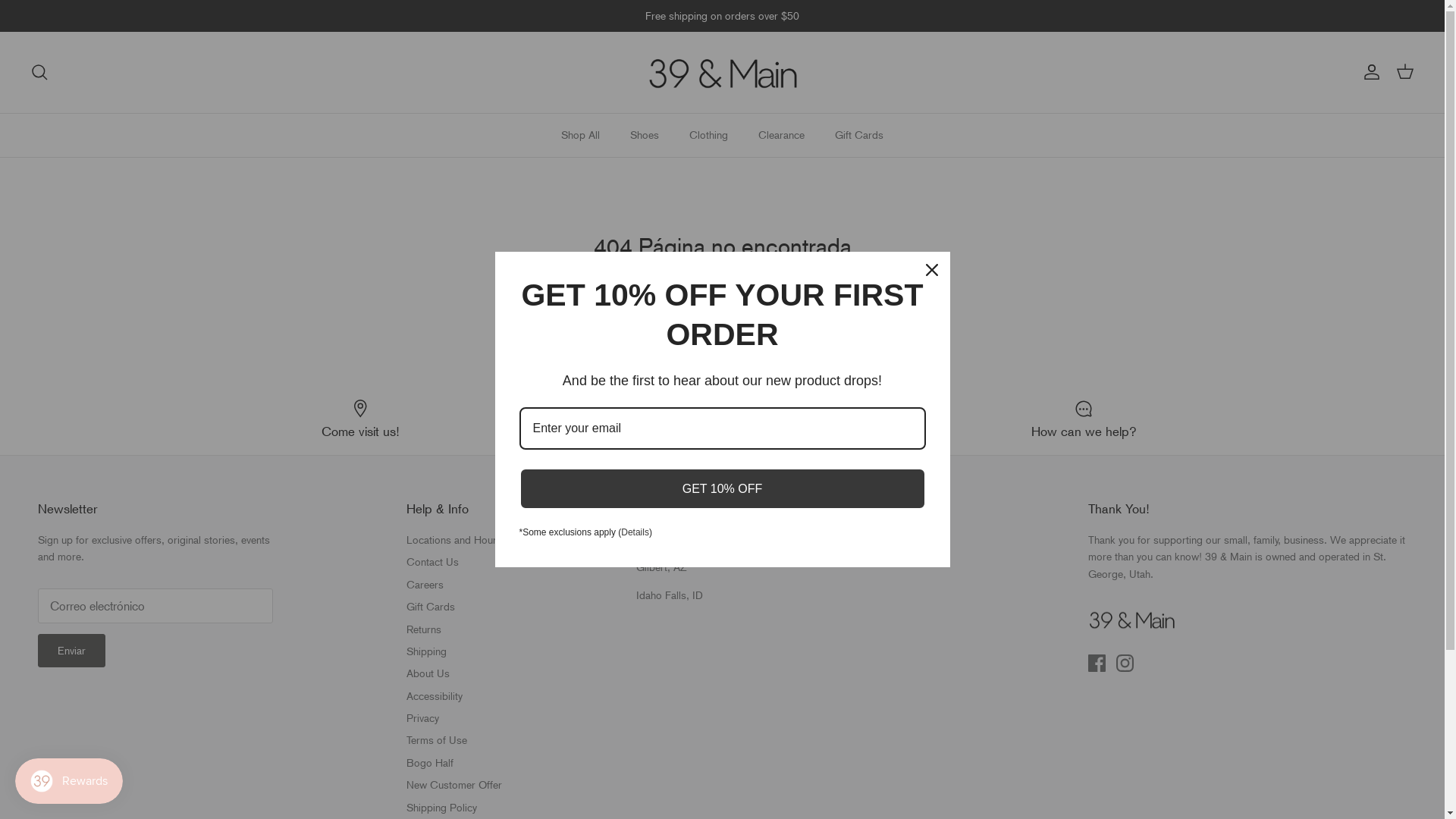 The image size is (1456, 819). Describe the element at coordinates (427, 672) in the screenshot. I see `'About Us'` at that location.